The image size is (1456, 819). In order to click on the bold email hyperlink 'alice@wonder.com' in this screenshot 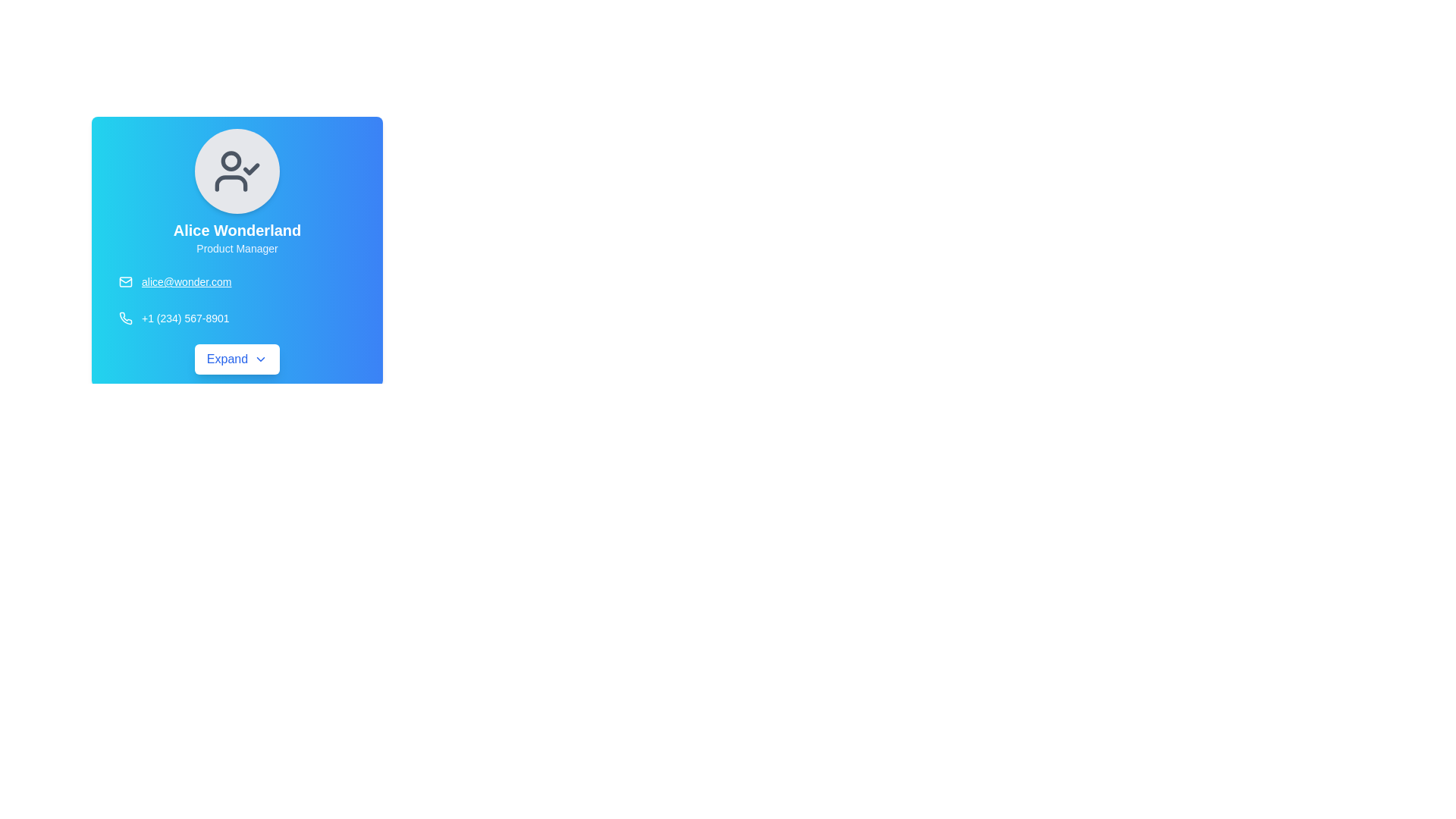, I will do `click(186, 281)`.